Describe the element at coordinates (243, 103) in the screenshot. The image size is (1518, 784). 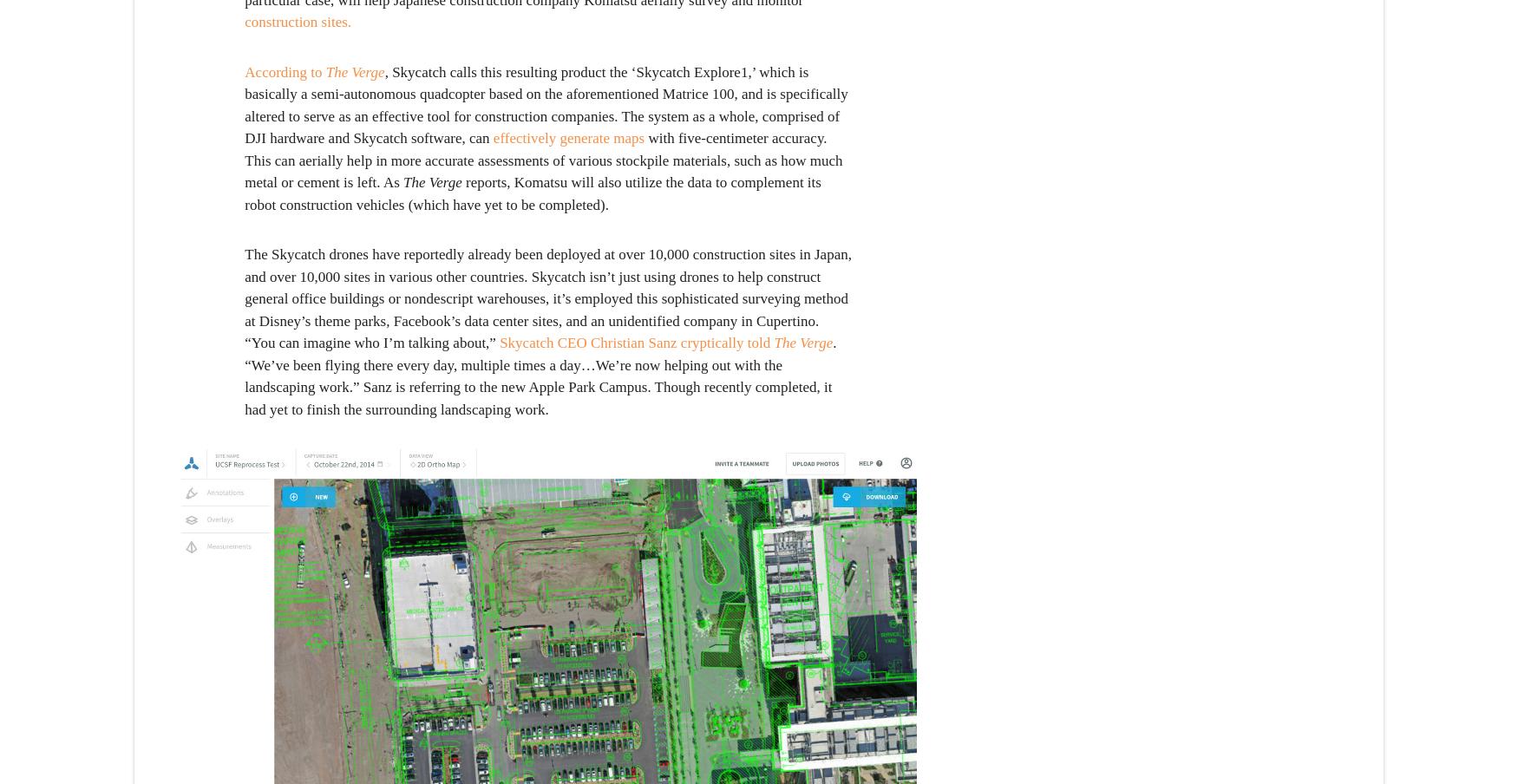
I see `', Skycatch calls this resulting product the ‘Skycatch Explore1,’ which is basically a semi-autonomous quadcopter based on the aforementioned Matrice 100, and is specifically altered to serve as an effective tool for construction companies. The system as a whole, comprised of DJI hardware and Skycatch software, can'` at that location.